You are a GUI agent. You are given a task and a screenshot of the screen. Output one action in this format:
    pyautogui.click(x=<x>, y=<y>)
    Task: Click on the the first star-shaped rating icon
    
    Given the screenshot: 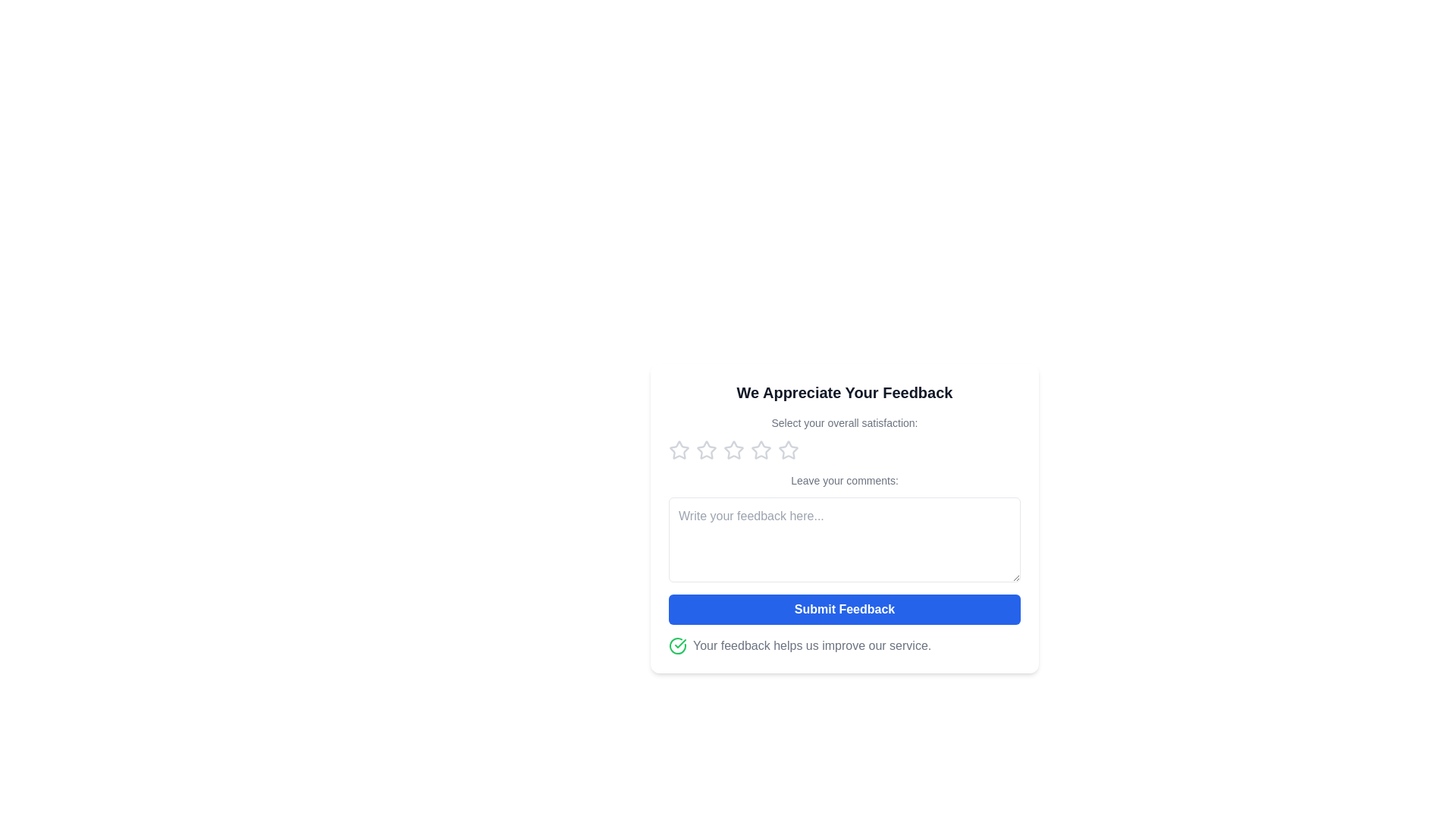 What is the action you would take?
    pyautogui.click(x=679, y=450)
    